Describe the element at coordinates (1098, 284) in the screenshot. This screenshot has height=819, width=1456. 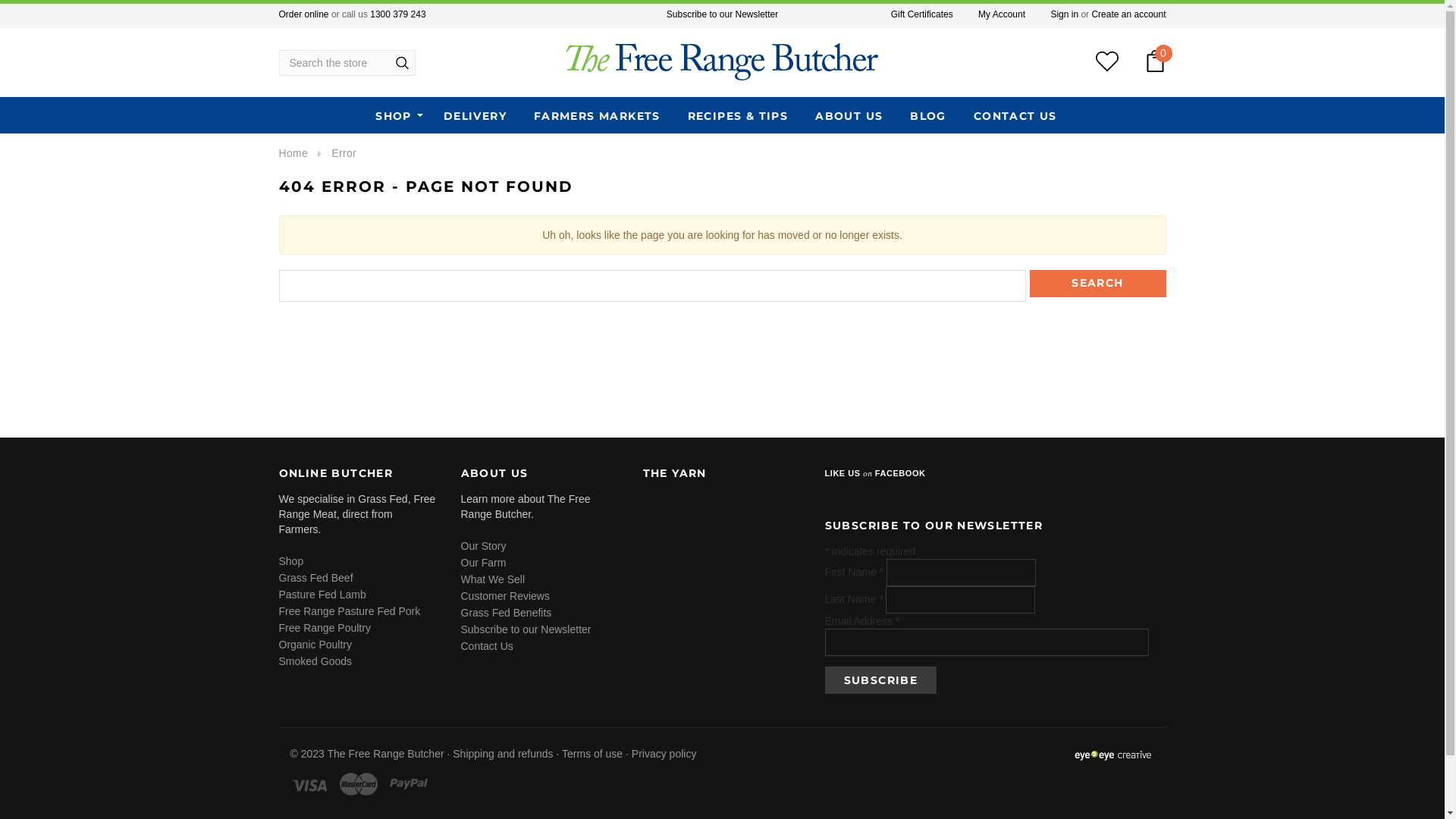
I see `'Search'` at that location.